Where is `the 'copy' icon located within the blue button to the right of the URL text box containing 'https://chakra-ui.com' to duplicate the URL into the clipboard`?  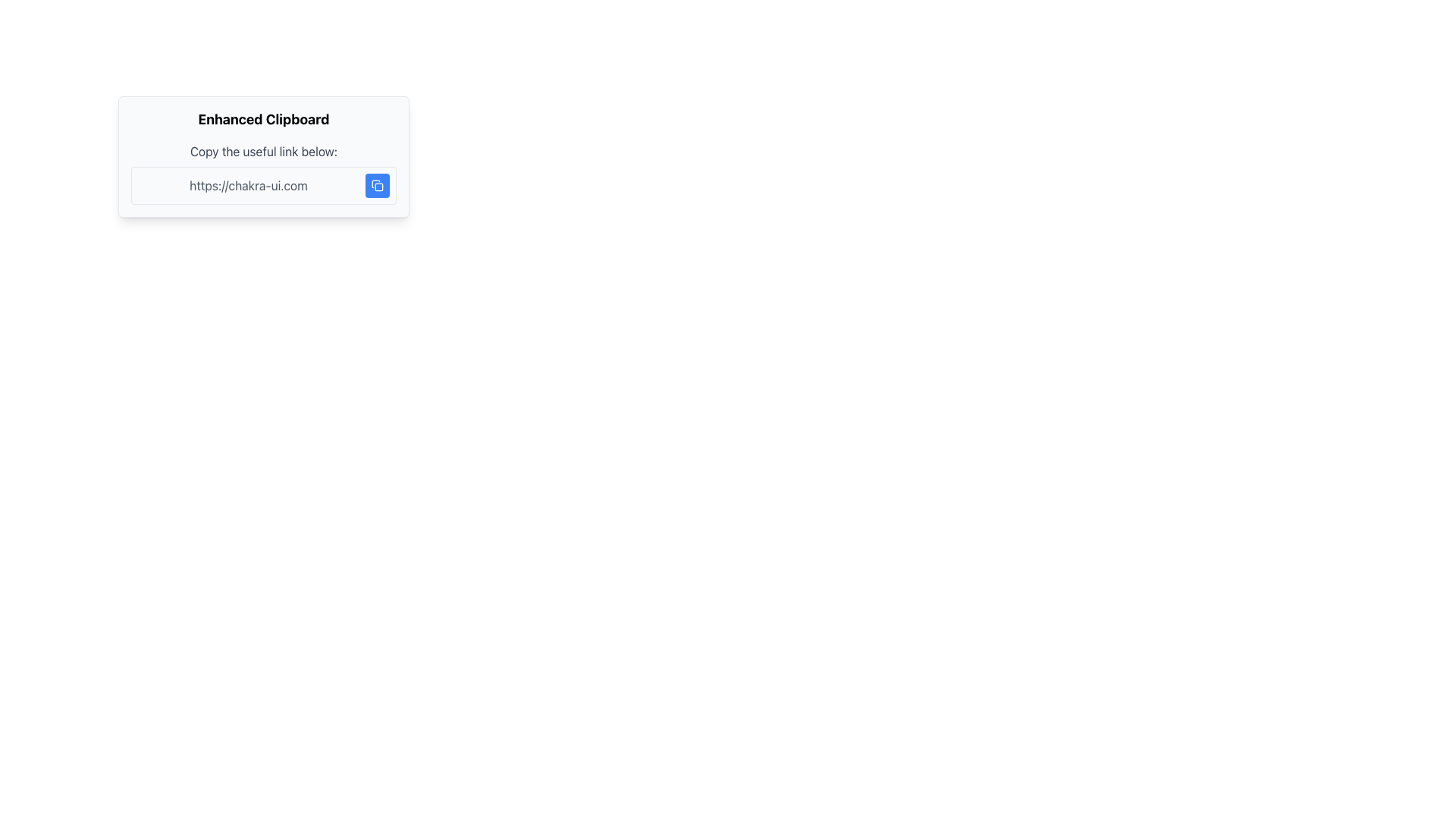 the 'copy' icon located within the blue button to the right of the URL text box containing 'https://chakra-ui.com' to duplicate the URL into the clipboard is located at coordinates (378, 185).